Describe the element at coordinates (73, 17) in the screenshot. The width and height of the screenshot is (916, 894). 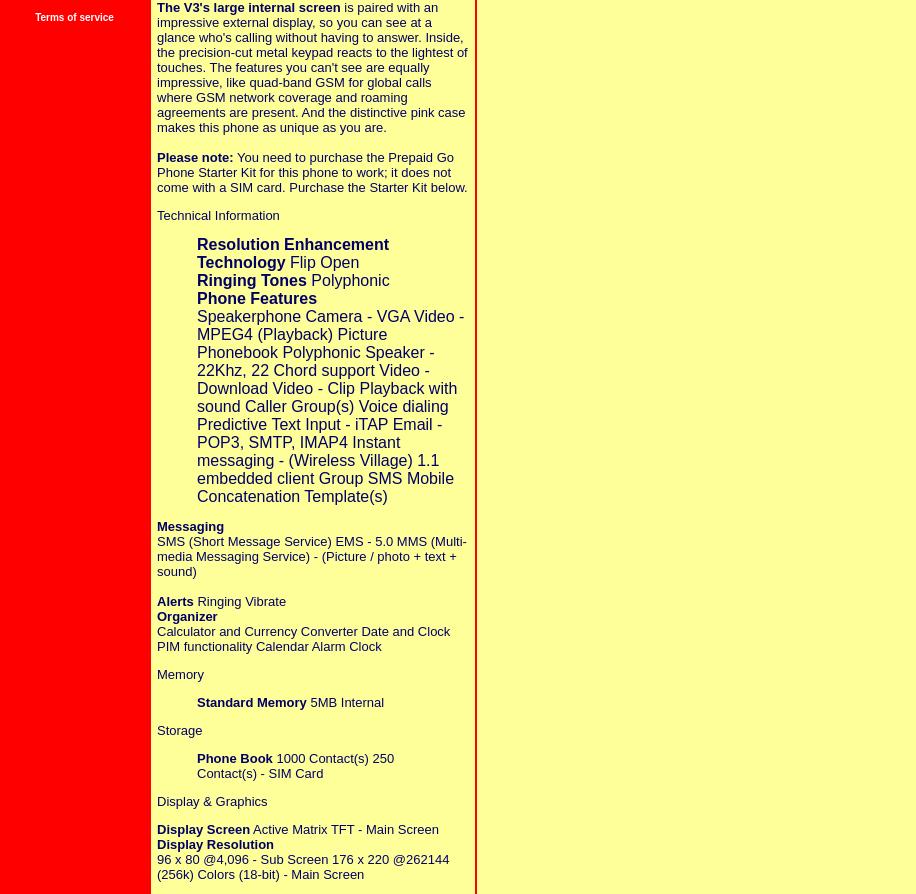
I see `'Terms of service'` at that location.